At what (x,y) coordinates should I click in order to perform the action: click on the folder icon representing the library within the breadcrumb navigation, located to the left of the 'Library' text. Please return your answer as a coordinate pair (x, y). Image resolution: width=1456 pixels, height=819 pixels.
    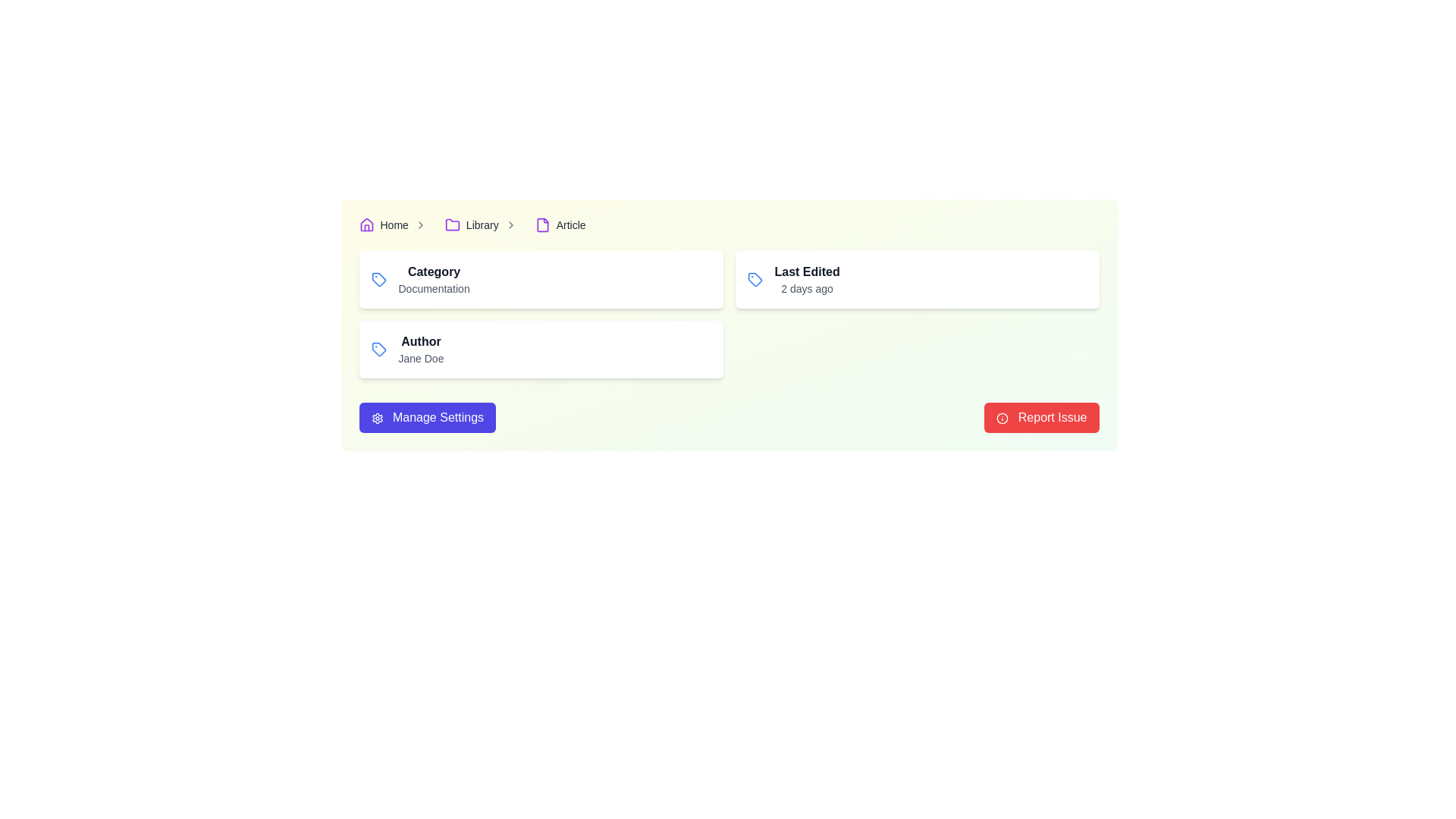
    Looking at the image, I should click on (451, 225).